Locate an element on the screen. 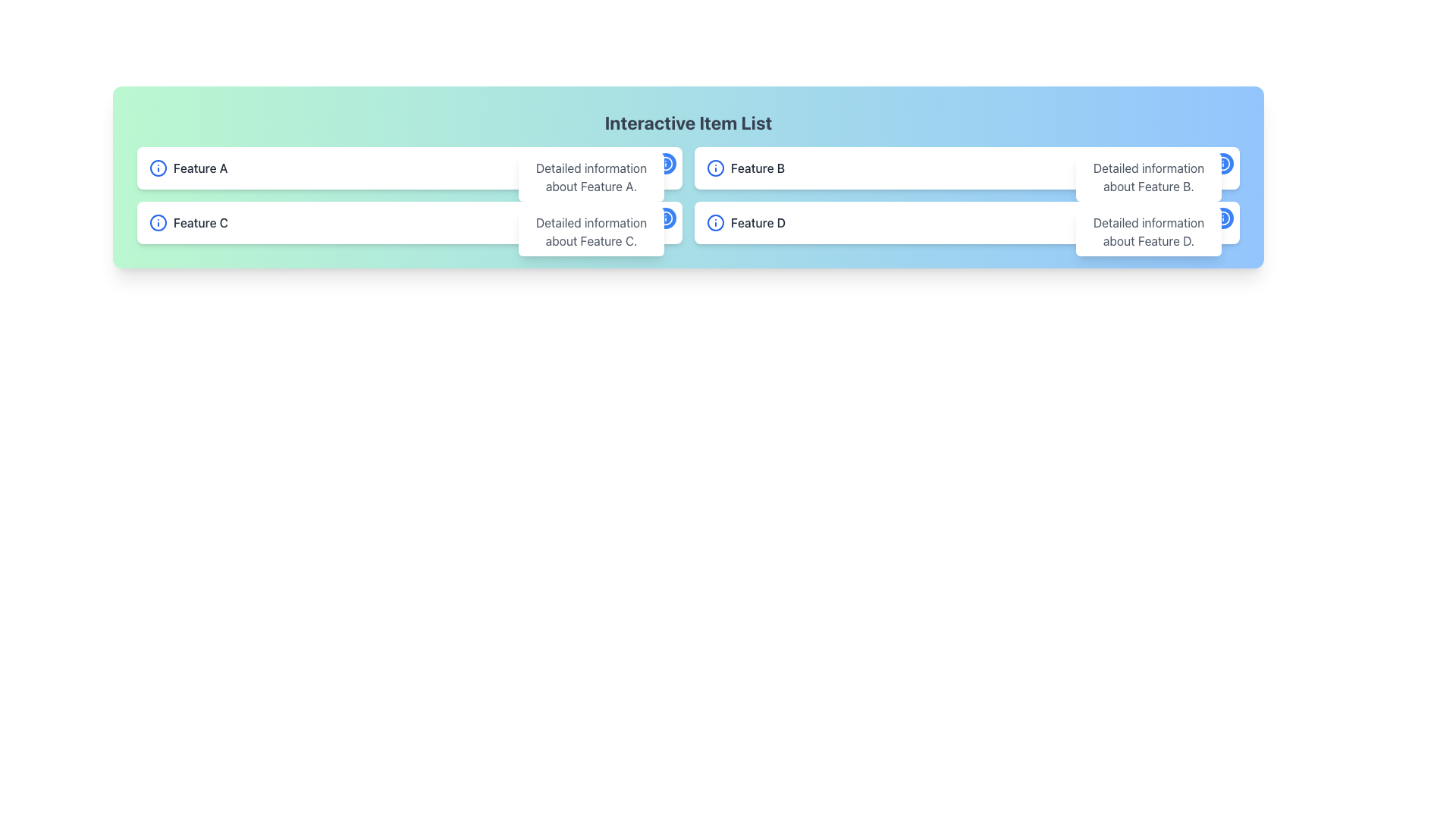 The image size is (1456, 819). blue circular SVG icon next to 'Feature C' in the second row of the 'Interactive Item List' is located at coordinates (666, 218).